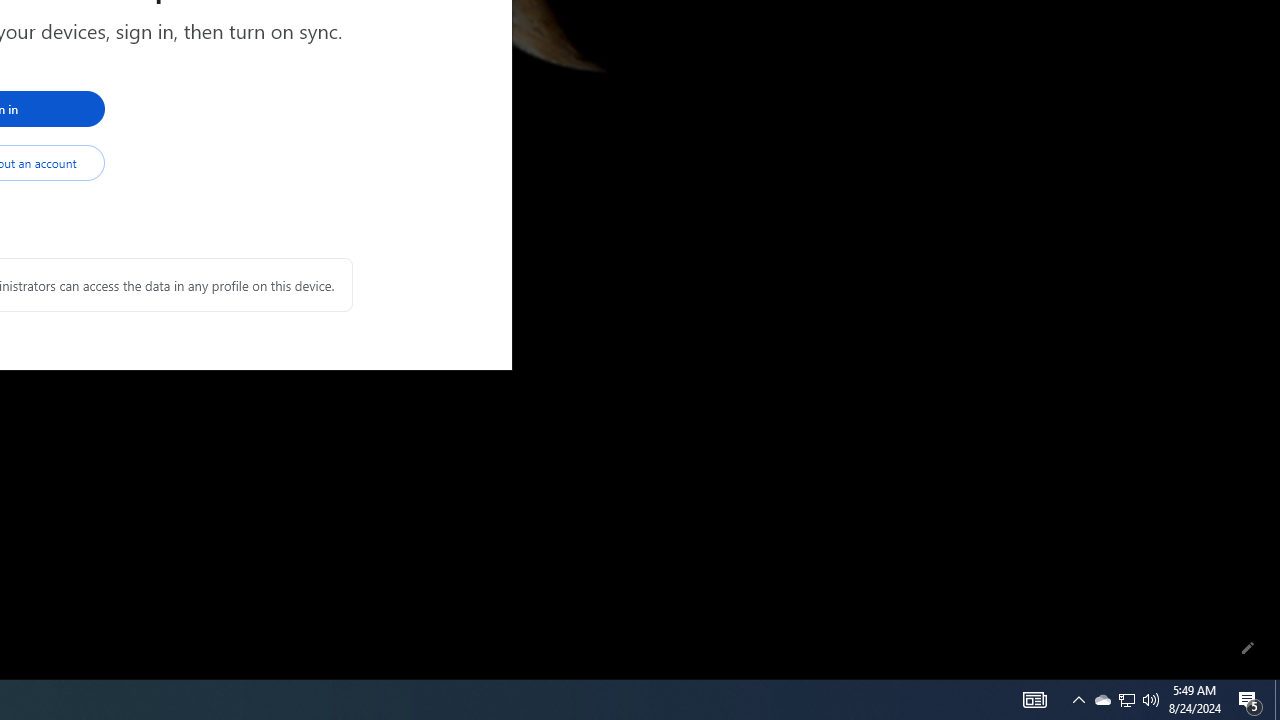 Image resolution: width=1280 pixels, height=720 pixels. What do you see at coordinates (1250, 698) in the screenshot?
I see `'Action Center, 5 new notifications'` at bounding box center [1250, 698].